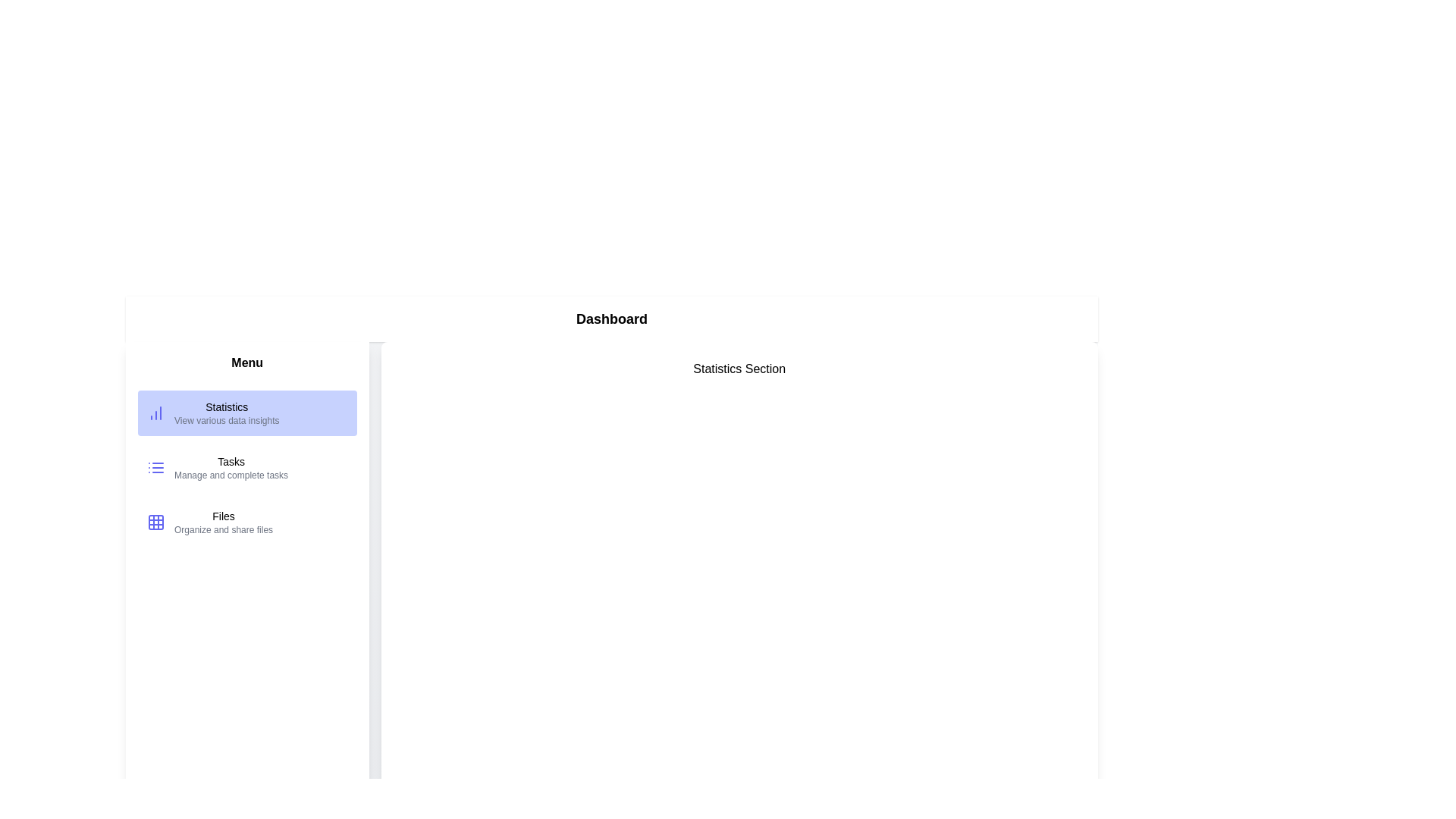 The image size is (1456, 819). What do you see at coordinates (247, 413) in the screenshot?
I see `the menu tab labeled Statistics to view its details` at bounding box center [247, 413].